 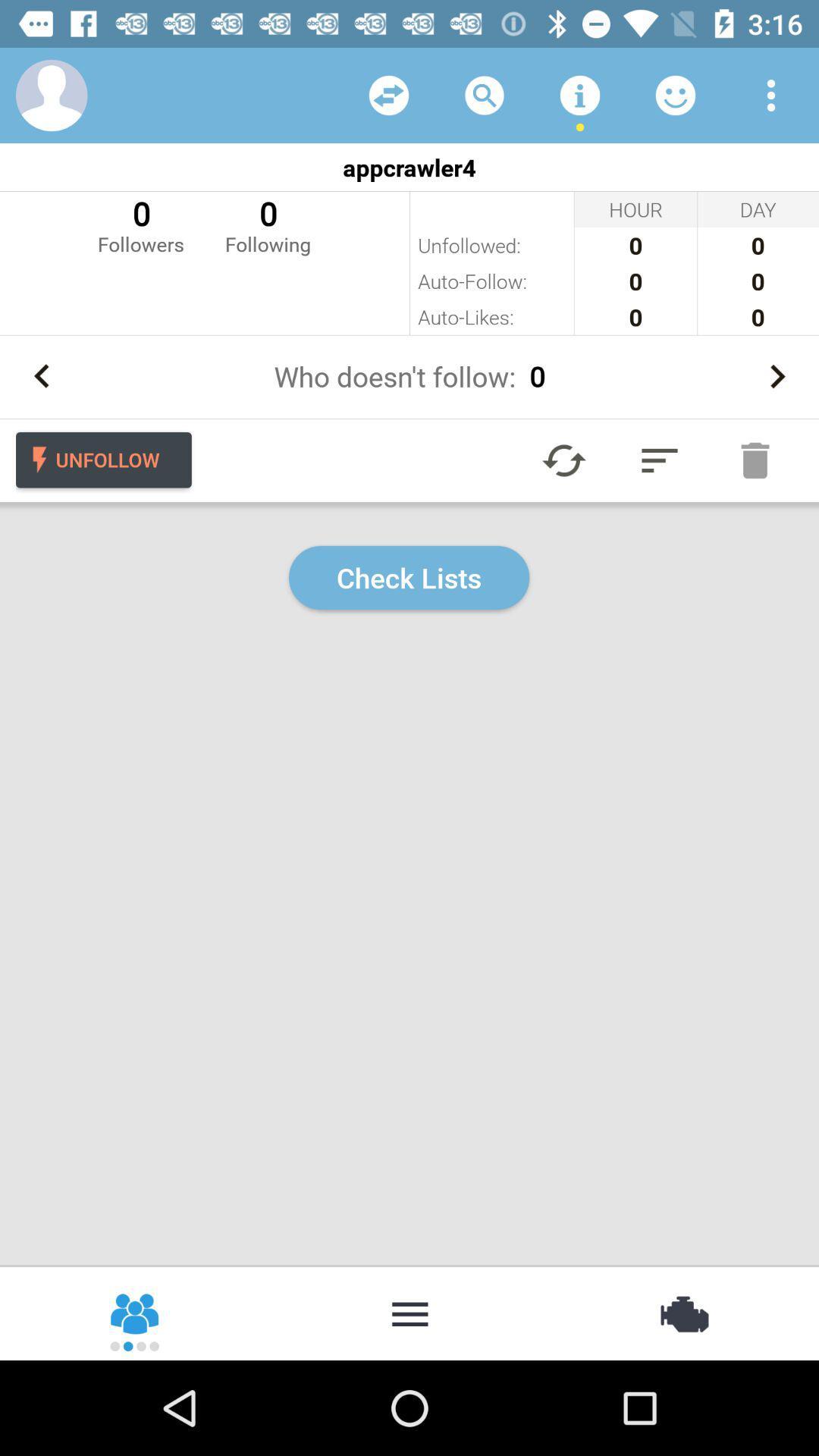 I want to click on to search, so click(x=485, y=94).